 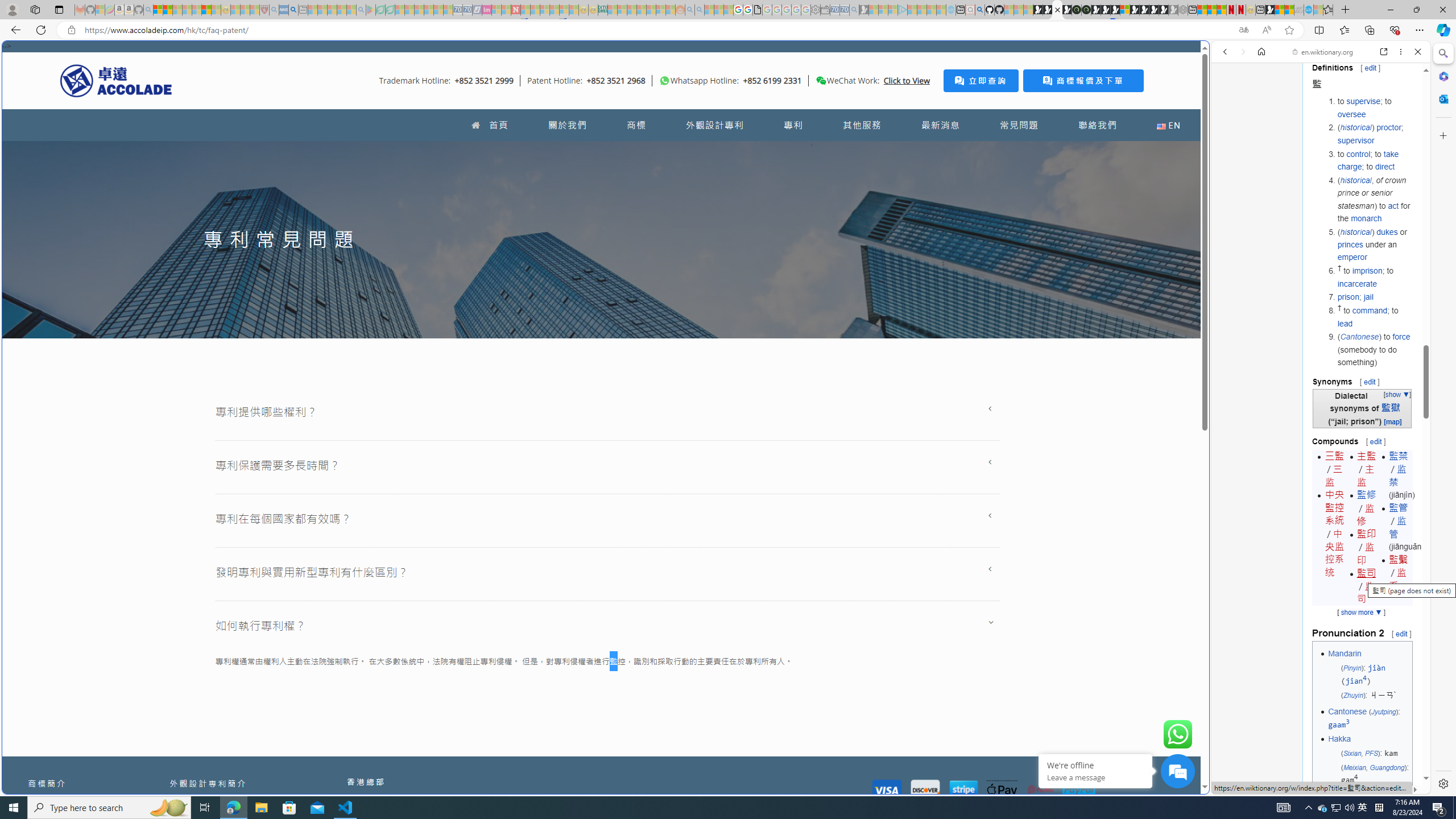 What do you see at coordinates (1419, 29) in the screenshot?
I see `'Settings and more (Alt+F)'` at bounding box center [1419, 29].